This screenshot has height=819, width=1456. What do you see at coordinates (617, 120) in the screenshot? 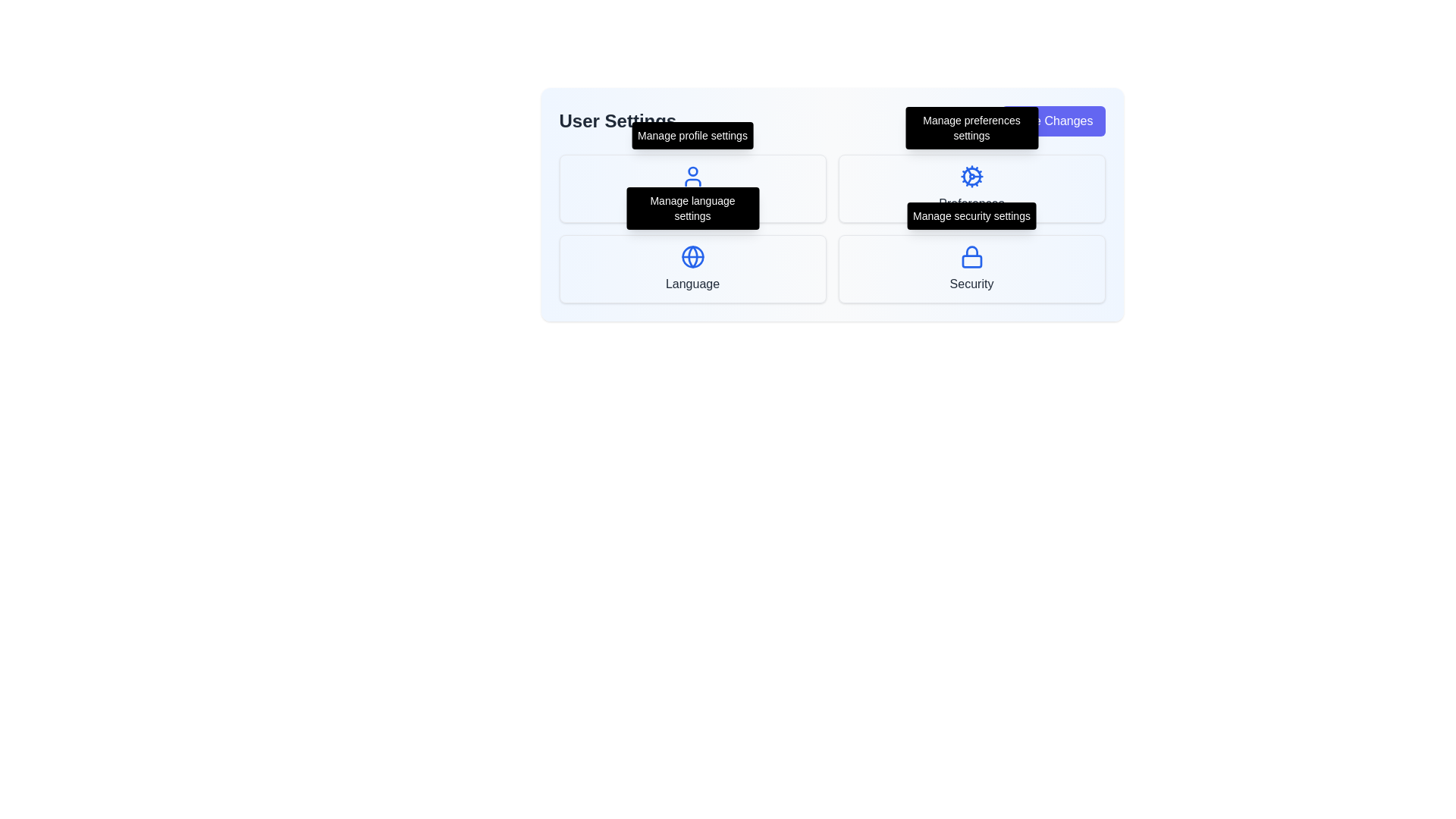
I see `the static text label that serves as the page title, located to the left of the 'Save Changes' button` at bounding box center [617, 120].